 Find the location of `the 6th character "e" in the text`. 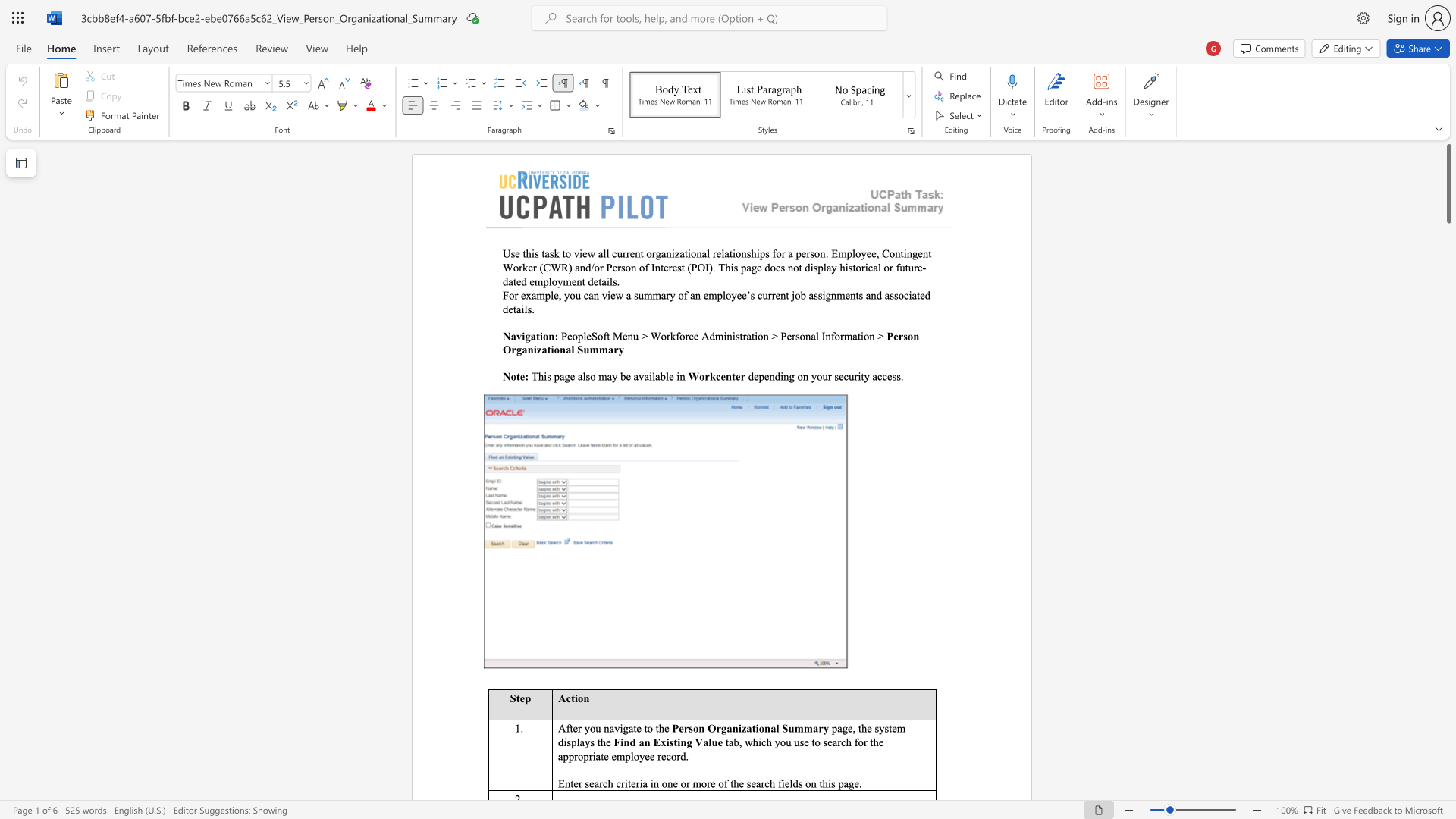

the 6th character "e" in the text is located at coordinates (869, 253).